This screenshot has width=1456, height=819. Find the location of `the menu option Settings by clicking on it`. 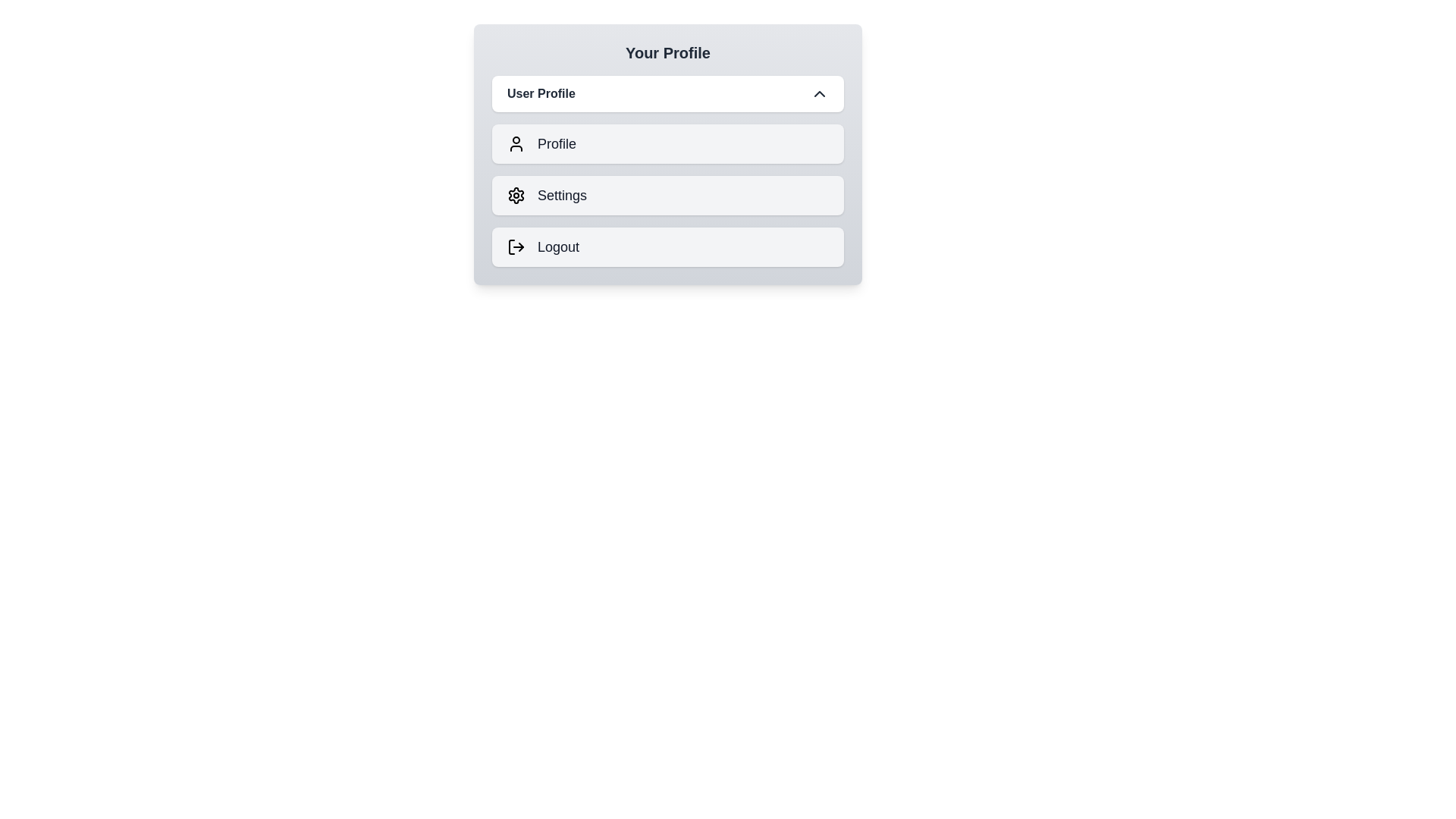

the menu option Settings by clicking on it is located at coordinates (667, 195).